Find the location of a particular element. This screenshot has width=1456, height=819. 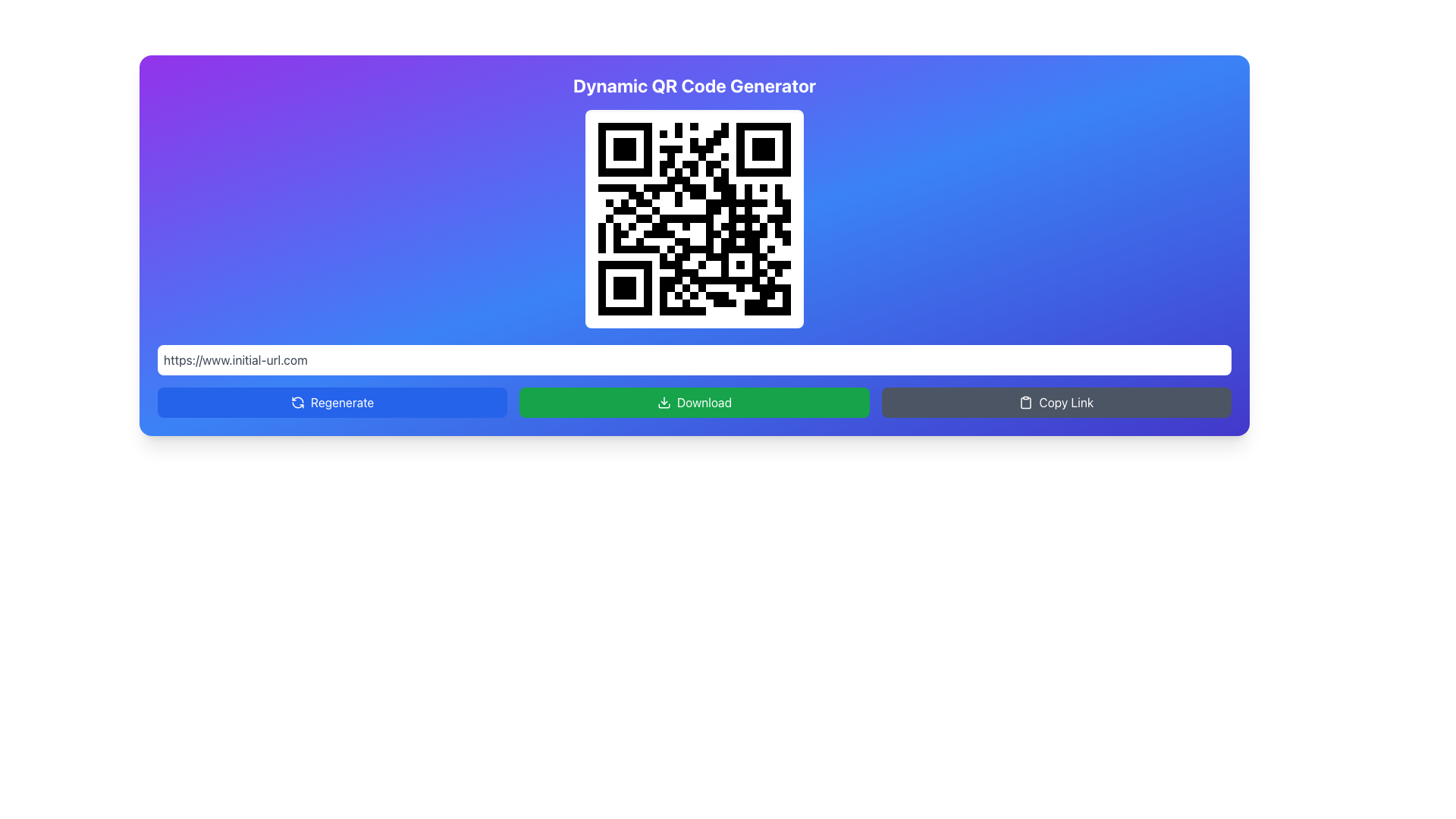

the green 'Download' button located centrally below the QR code and URL text box to initiate the download is located at coordinates (694, 402).